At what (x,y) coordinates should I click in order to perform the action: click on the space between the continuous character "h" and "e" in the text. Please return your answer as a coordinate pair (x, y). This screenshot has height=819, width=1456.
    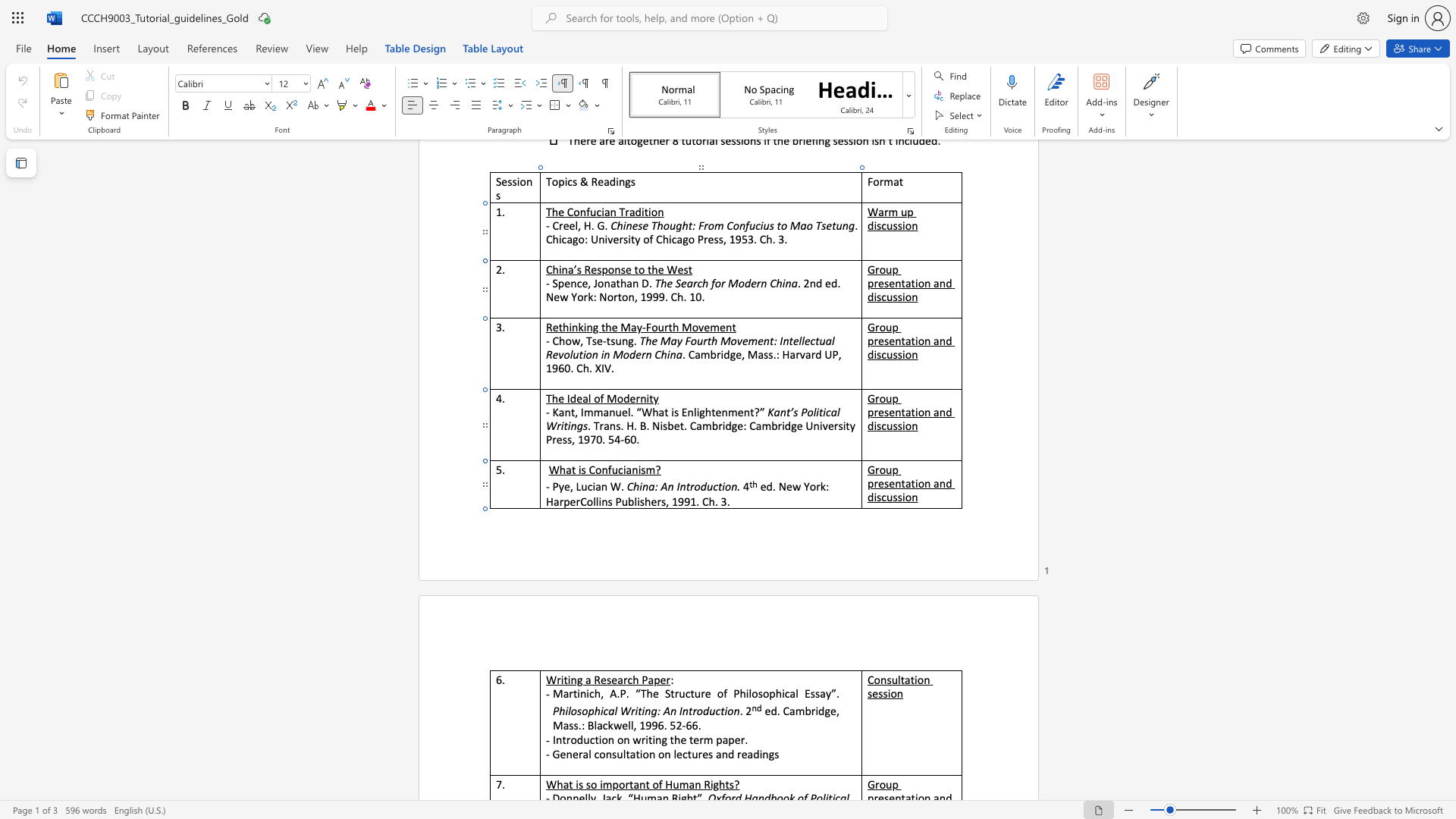
    Looking at the image, I should click on (651, 501).